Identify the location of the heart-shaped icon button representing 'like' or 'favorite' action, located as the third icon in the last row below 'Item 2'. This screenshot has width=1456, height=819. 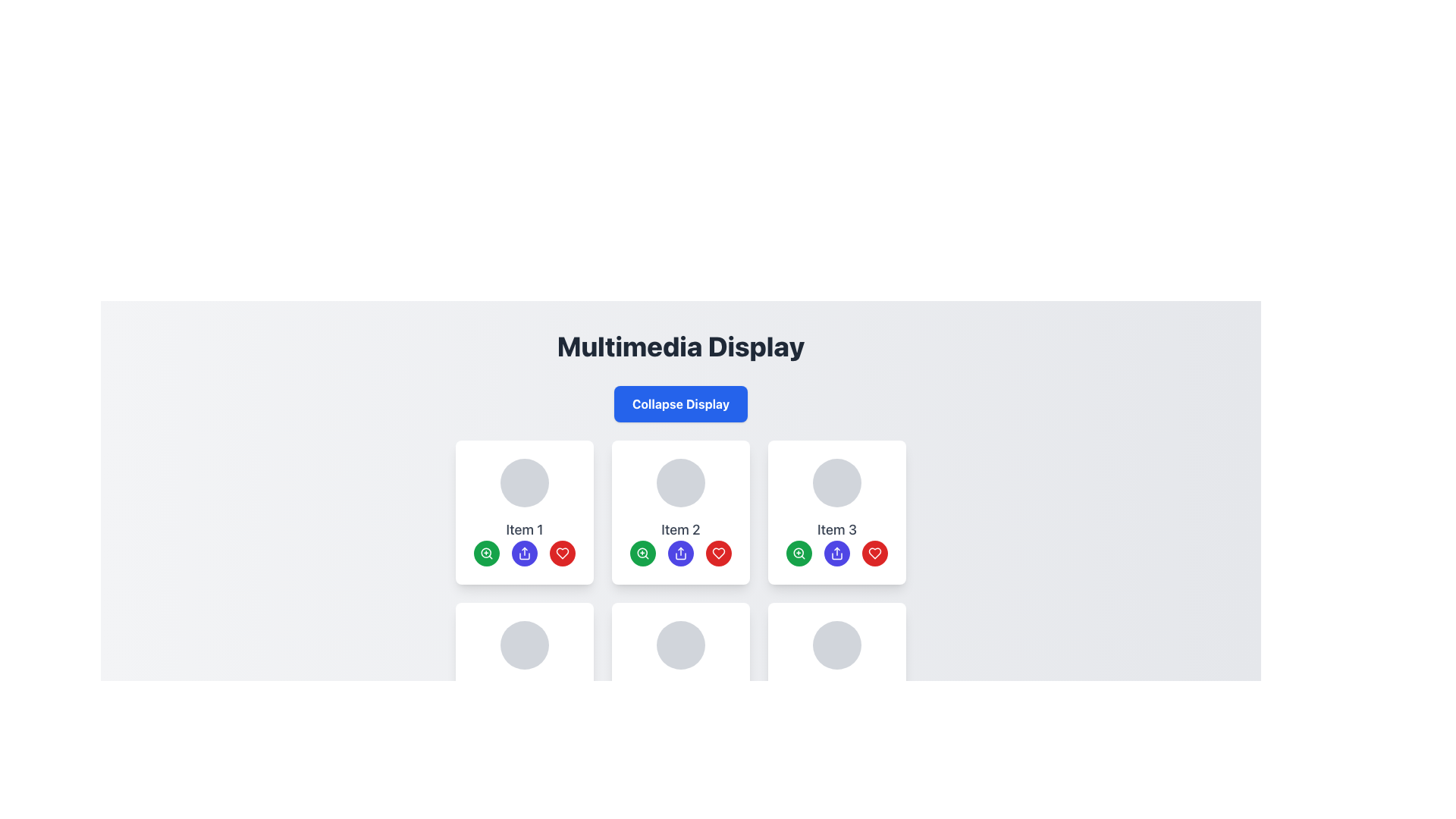
(874, 553).